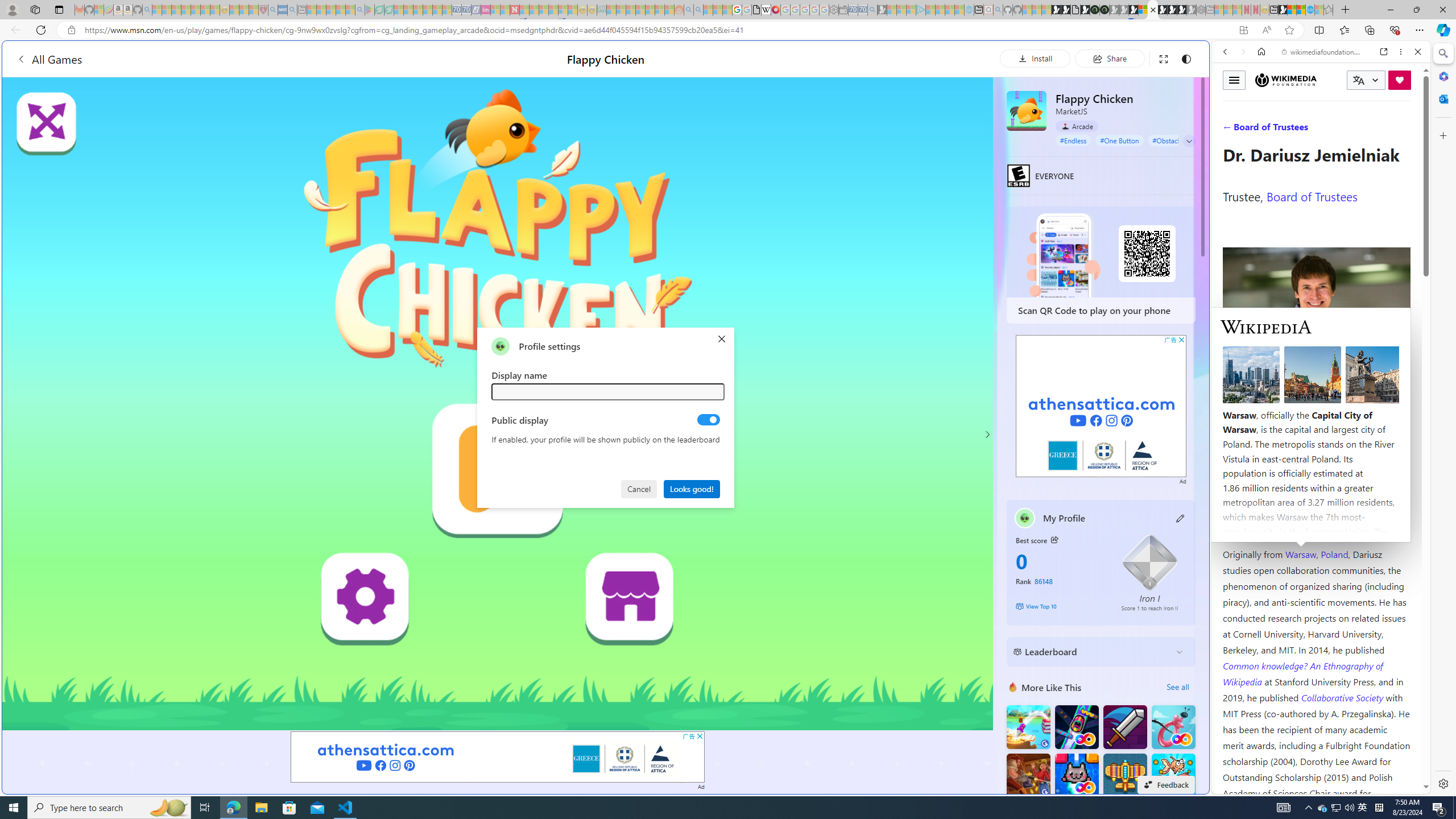 This screenshot has width=1456, height=819. I want to click on 'Cancel', so click(640, 487).